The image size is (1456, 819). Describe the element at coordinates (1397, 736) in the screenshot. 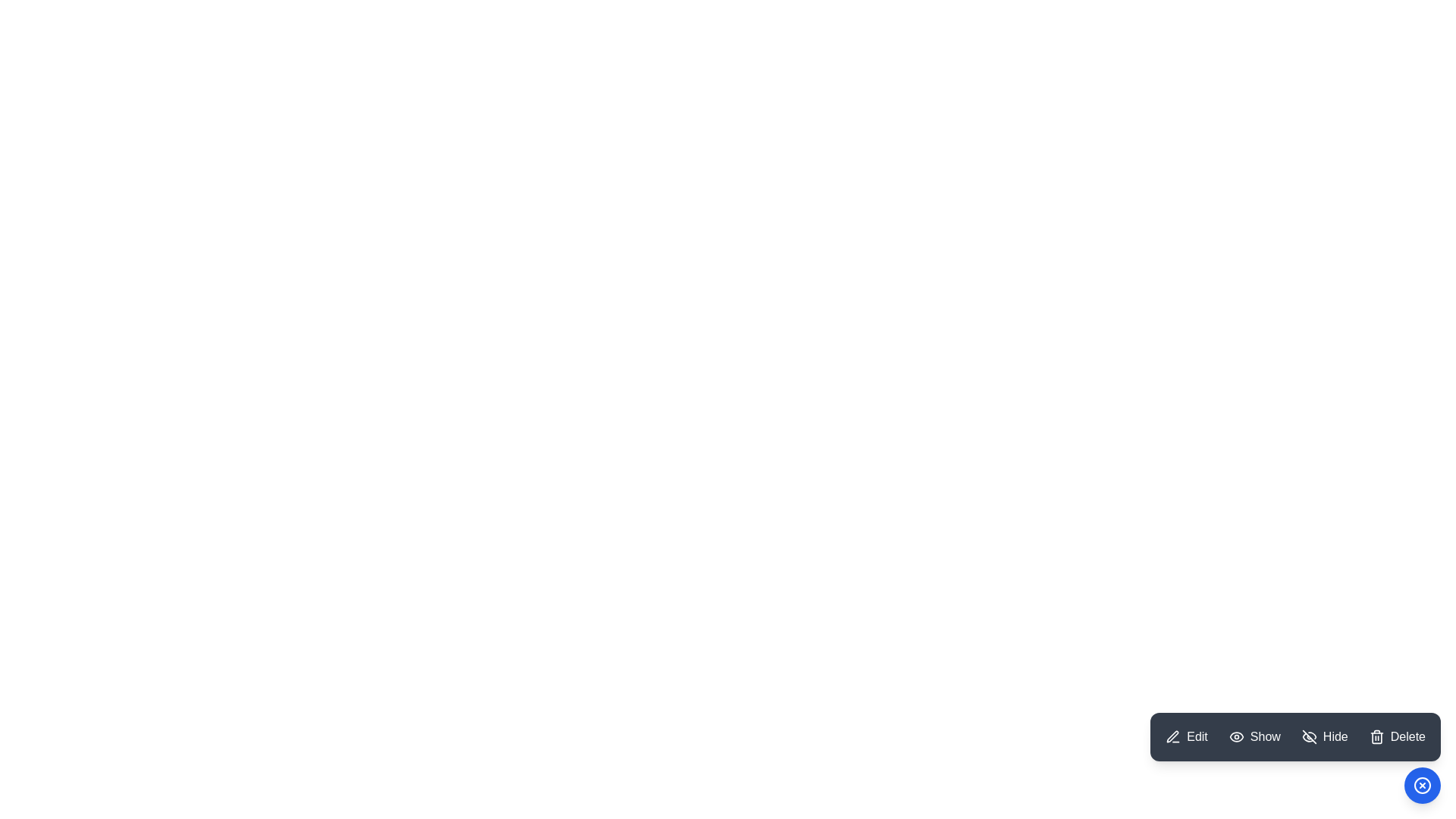

I see `the Delete button in the ModernSpeedDial menu` at that location.